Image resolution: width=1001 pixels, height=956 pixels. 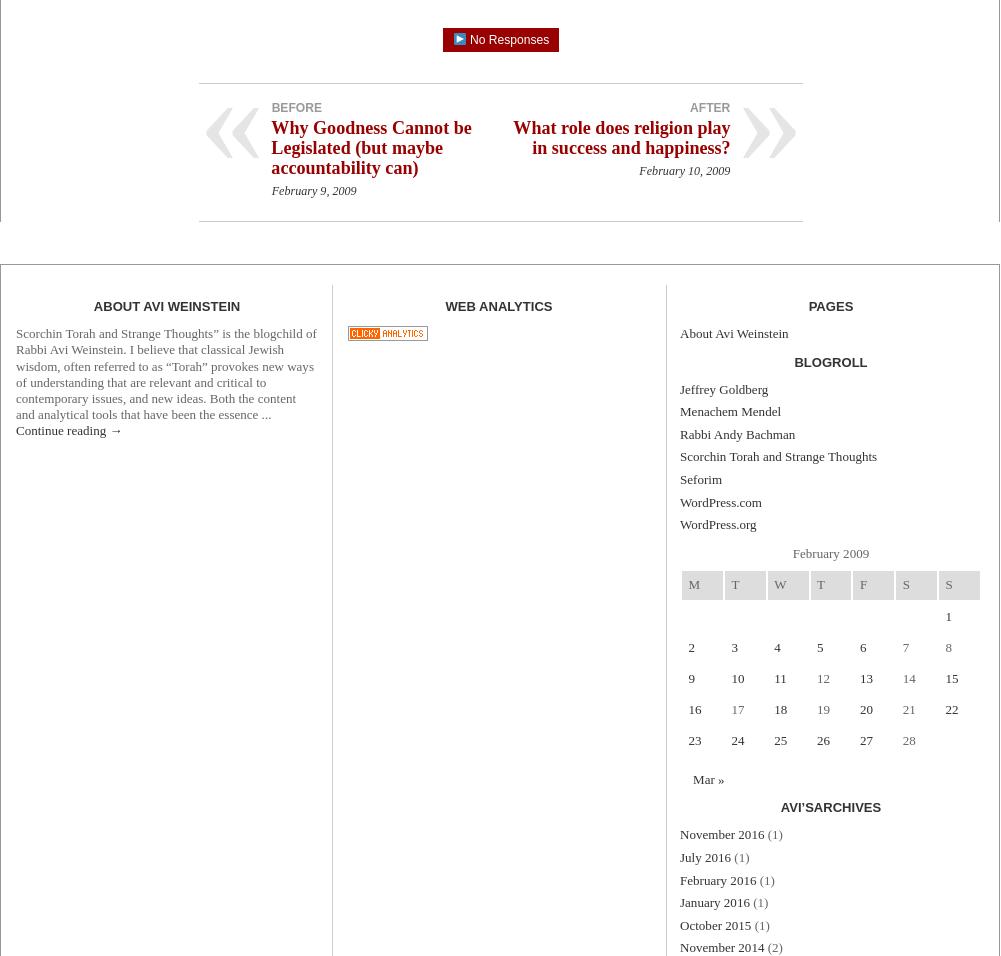 I want to click on 'Pages', so click(x=829, y=305).